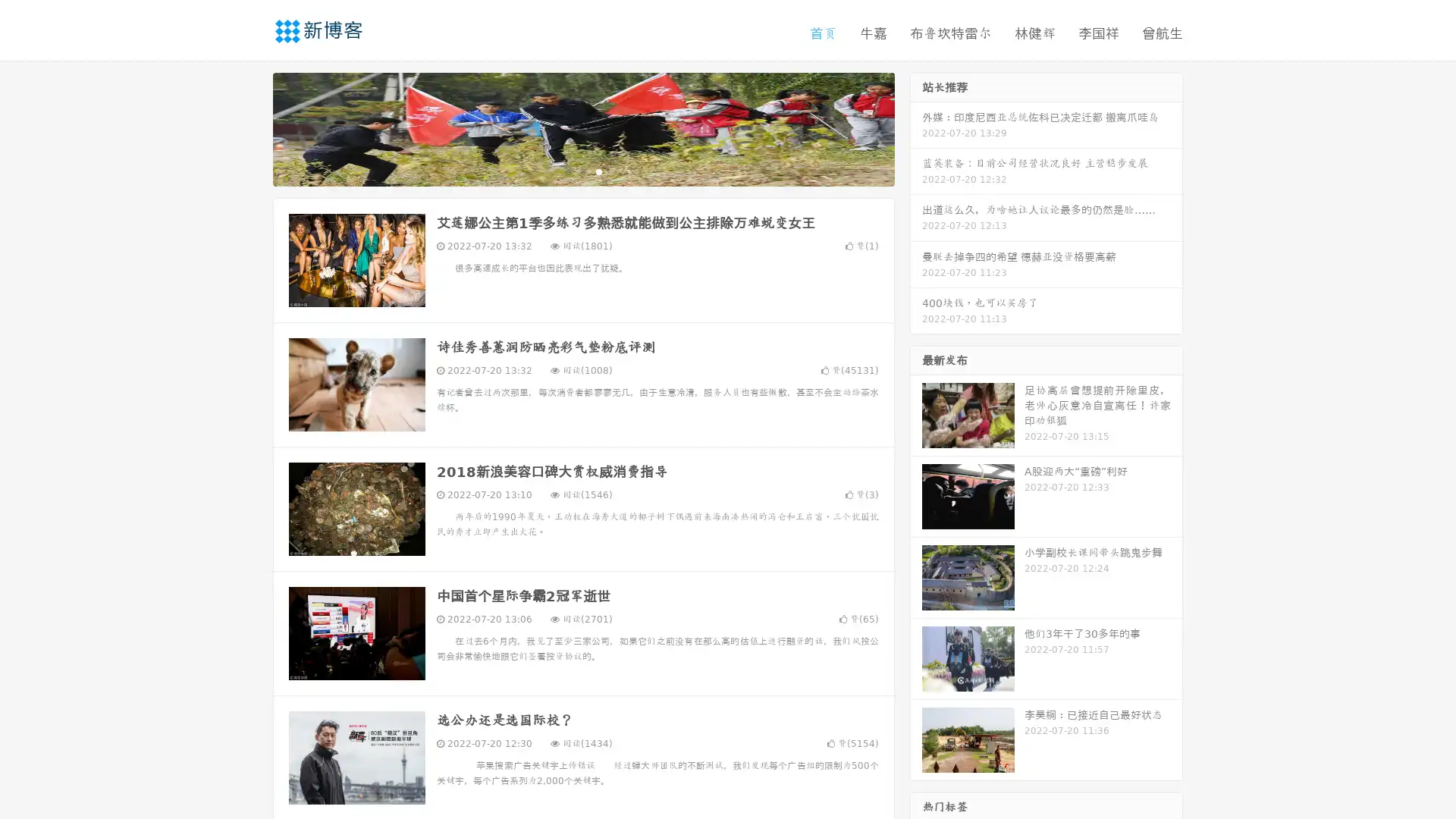 Image resolution: width=1456 pixels, height=819 pixels. Describe the element at coordinates (582, 171) in the screenshot. I see `Go to slide 2` at that location.